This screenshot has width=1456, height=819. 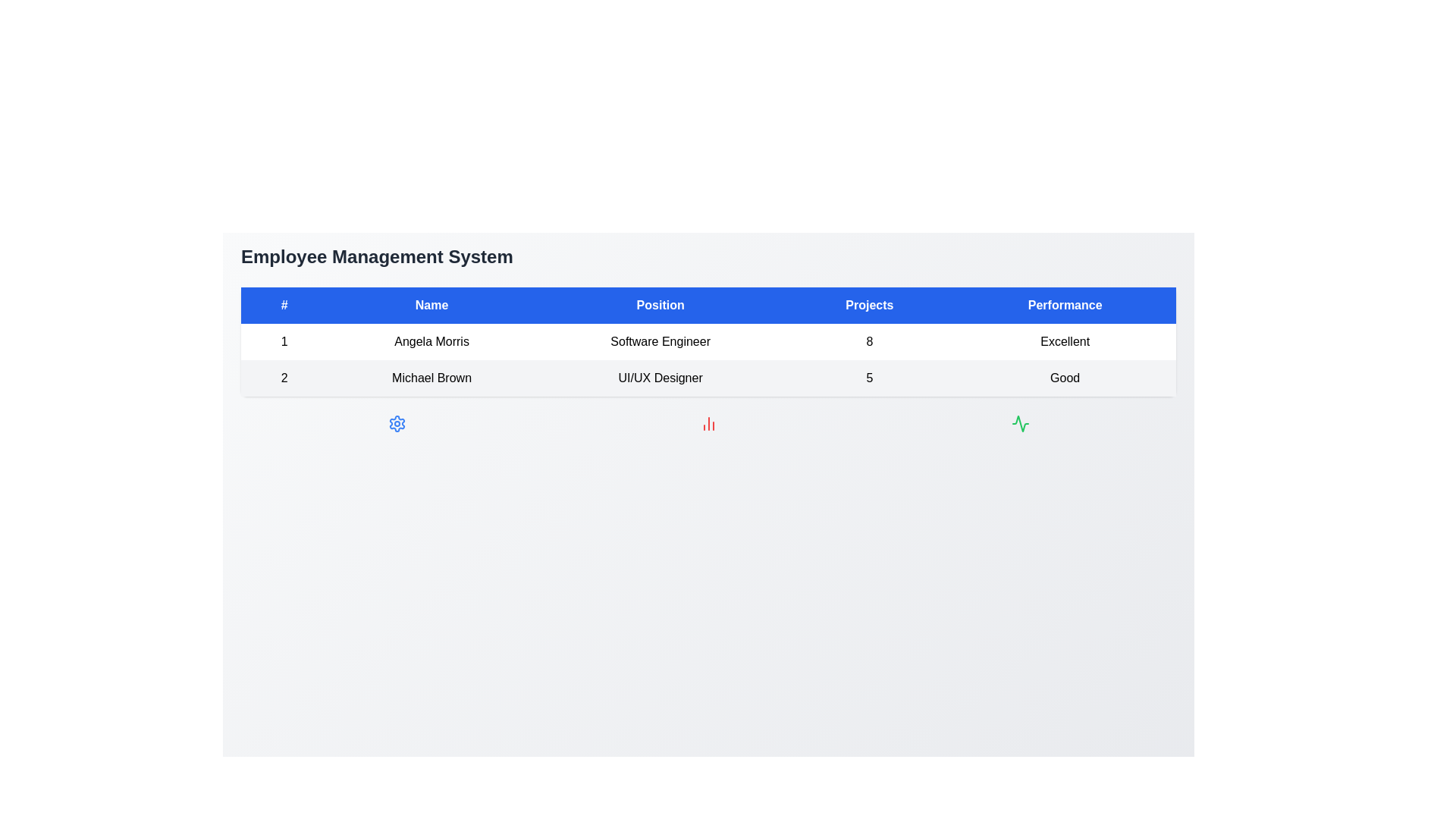 I want to click on the gear-shaped SVG icon located below the employee information table, so click(x=397, y=424).